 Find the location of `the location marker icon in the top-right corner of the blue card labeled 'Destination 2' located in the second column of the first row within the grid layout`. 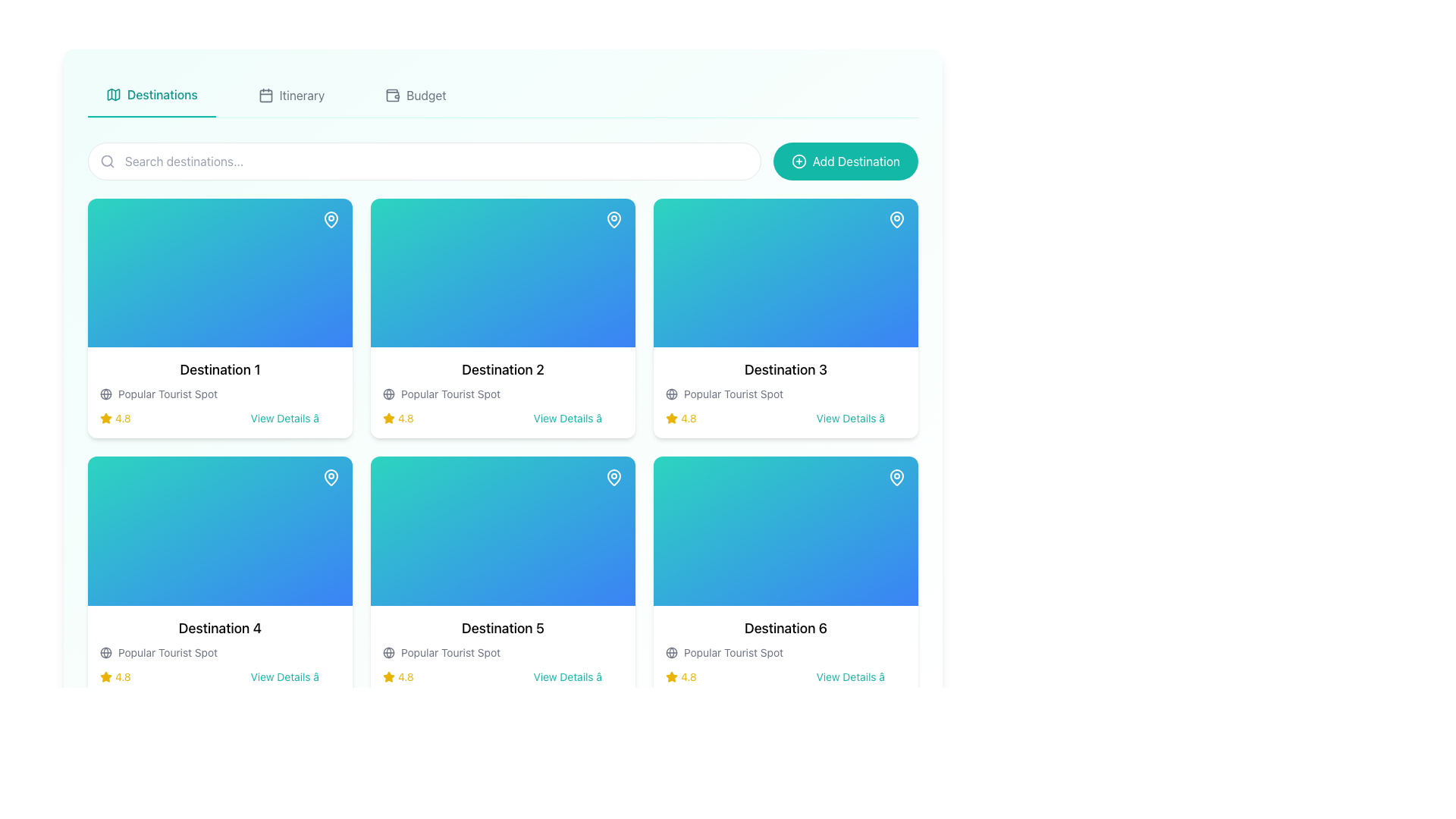

the location marker icon in the top-right corner of the blue card labeled 'Destination 2' located in the second column of the first row within the grid layout is located at coordinates (614, 219).